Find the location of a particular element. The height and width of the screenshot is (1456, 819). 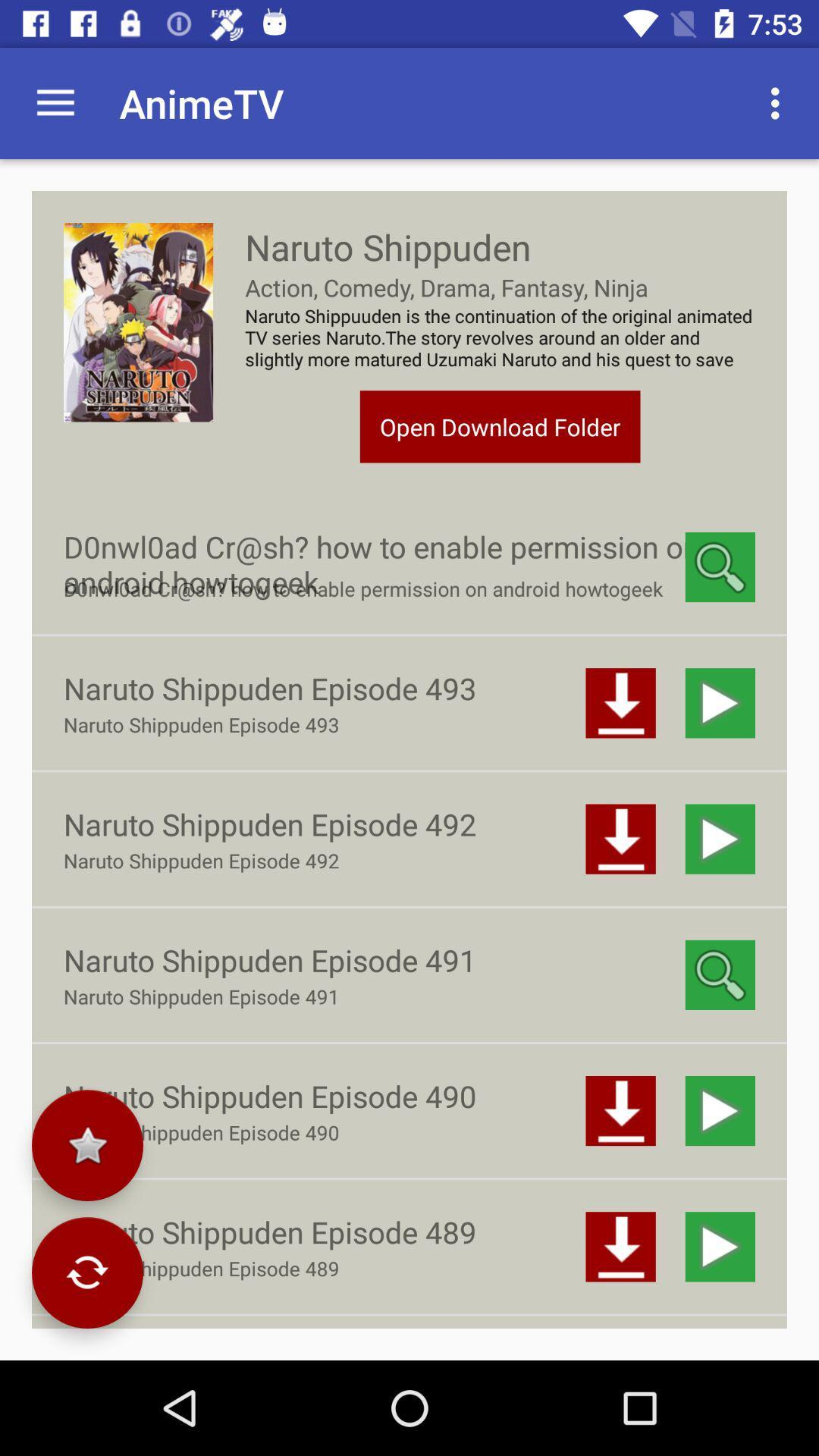

the item at the top right corner is located at coordinates (779, 102).